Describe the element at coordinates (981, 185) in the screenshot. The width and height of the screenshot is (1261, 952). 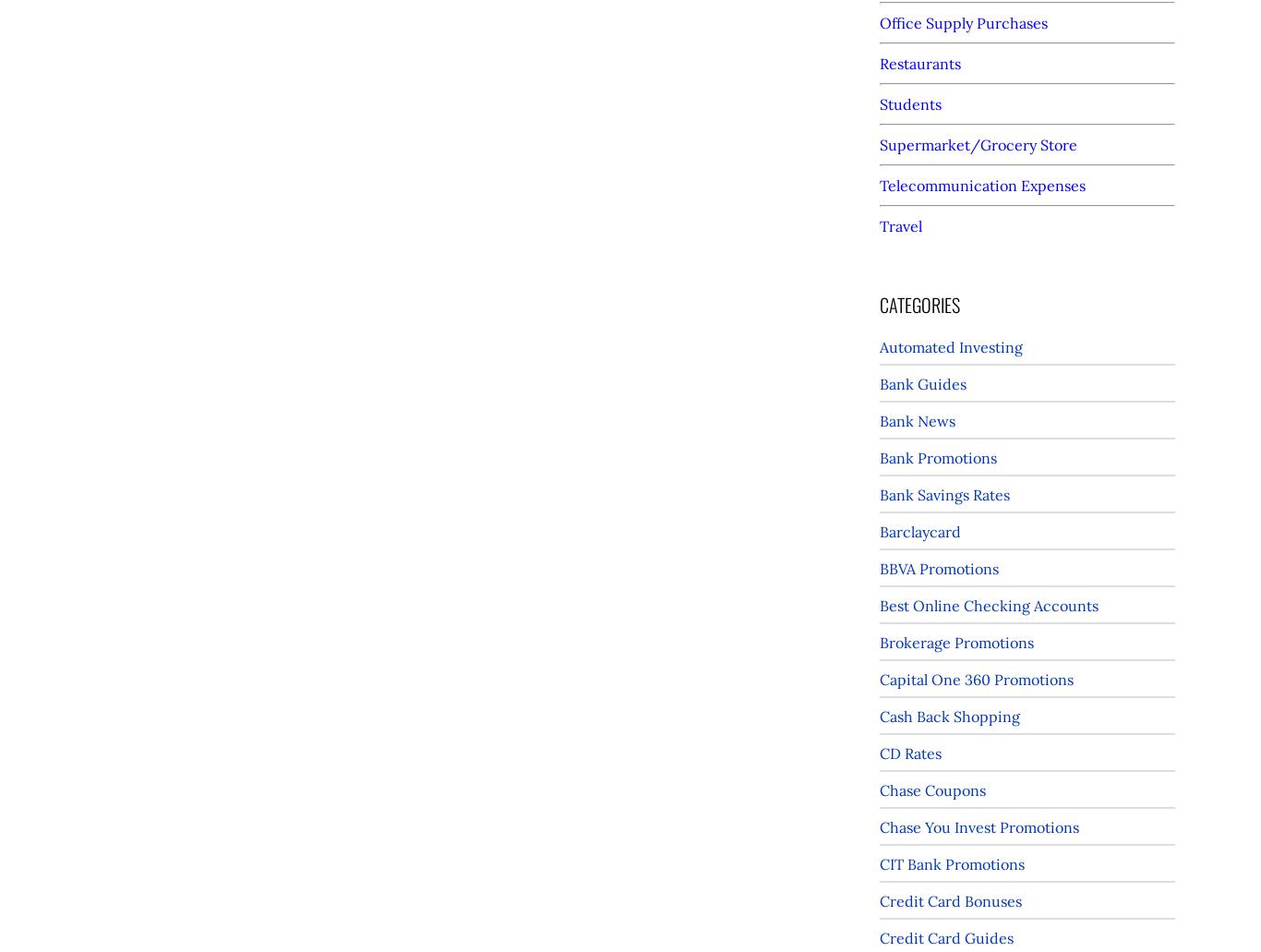
I see `'Telecommunication Expenses'` at that location.